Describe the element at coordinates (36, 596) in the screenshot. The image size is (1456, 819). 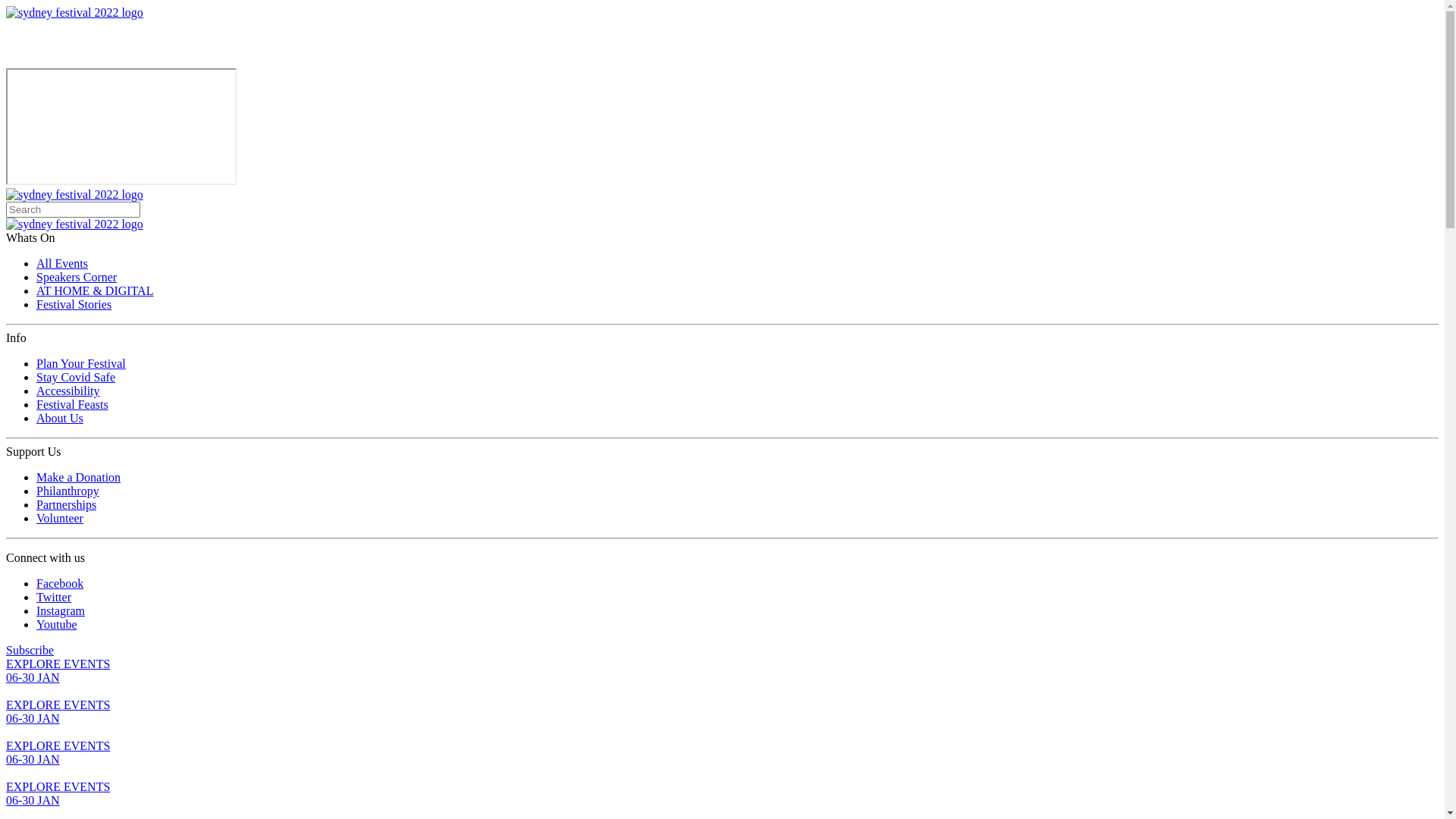
I see `'Twitter'` at that location.